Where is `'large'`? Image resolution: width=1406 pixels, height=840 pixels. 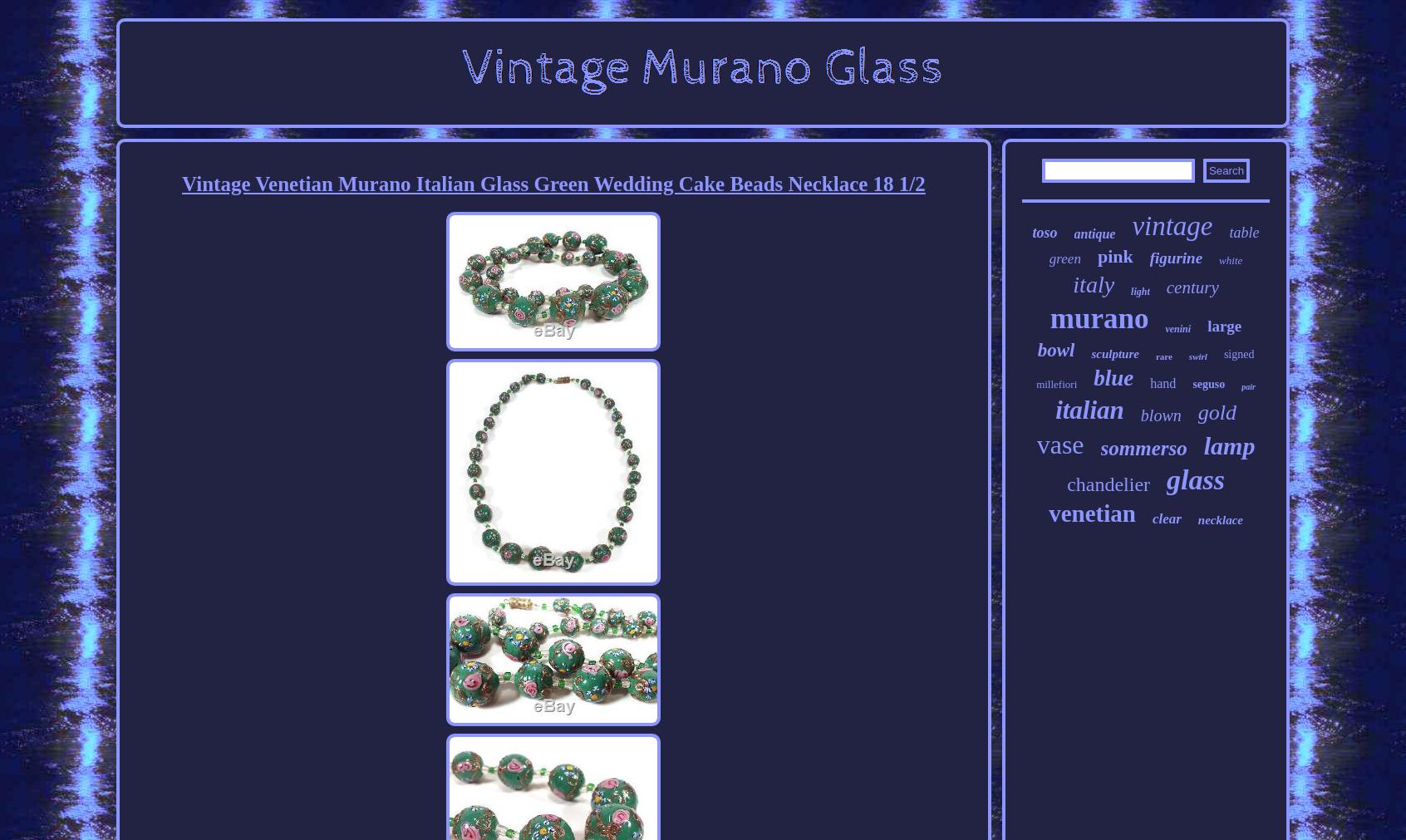
'large' is located at coordinates (1223, 325).